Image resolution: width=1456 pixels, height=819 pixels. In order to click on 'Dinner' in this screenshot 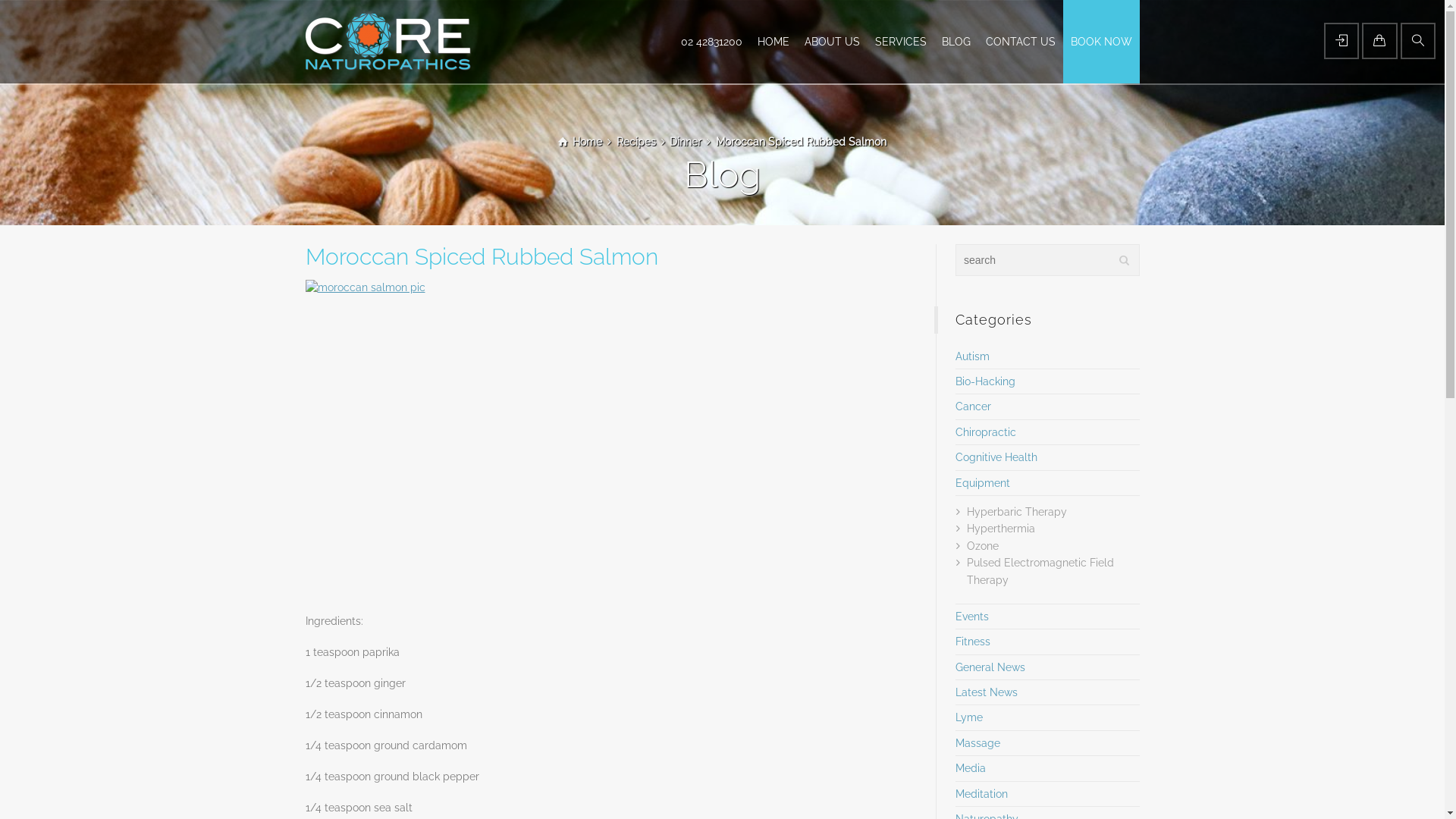, I will do `click(684, 141)`.